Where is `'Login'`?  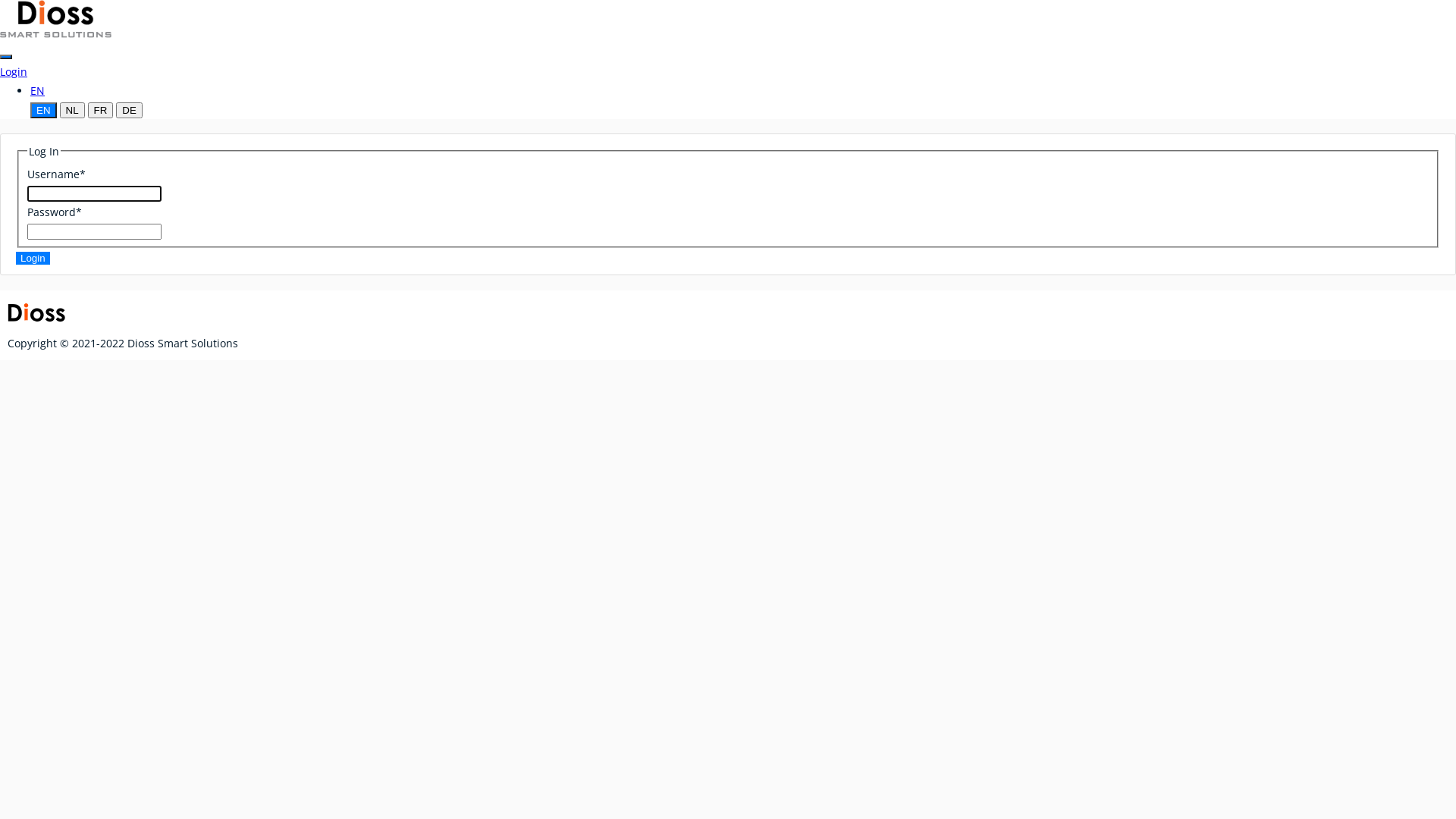 'Login' is located at coordinates (33, 257).